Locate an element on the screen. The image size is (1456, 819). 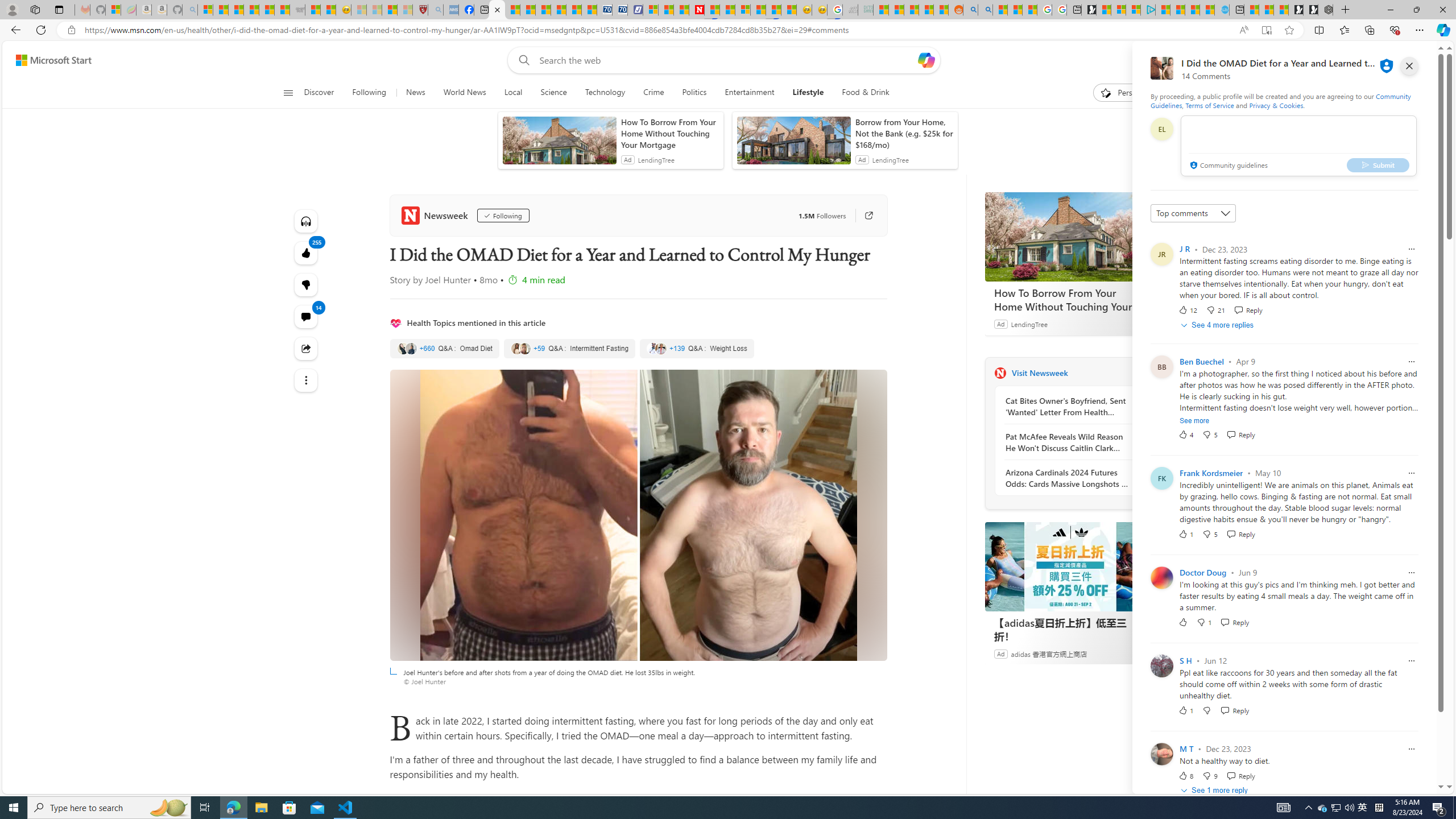
'Listen to this article' is located at coordinates (305, 220).